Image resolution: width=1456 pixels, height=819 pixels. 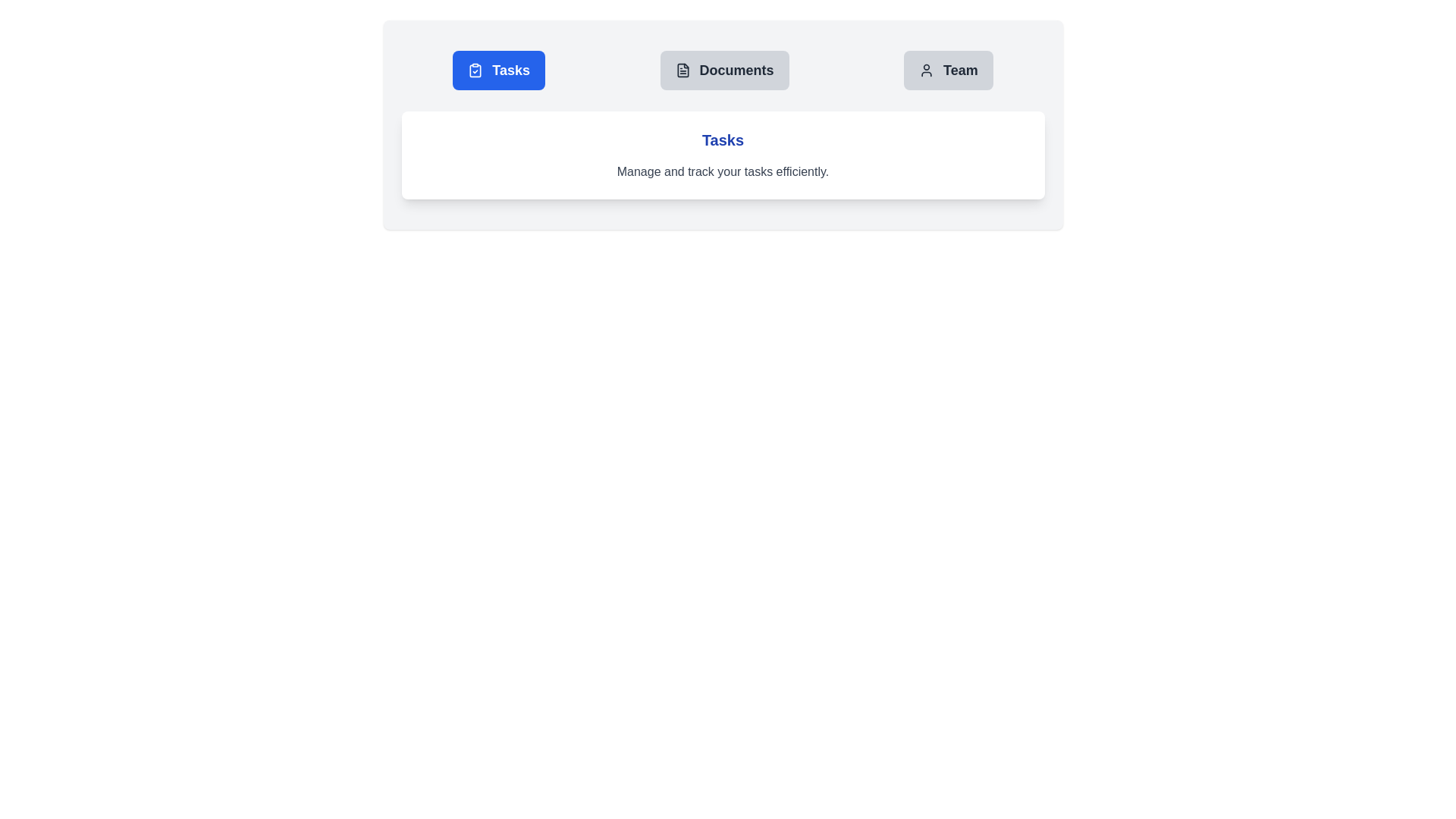 I want to click on the tab labeled Documents to display its associated content, so click(x=723, y=70).